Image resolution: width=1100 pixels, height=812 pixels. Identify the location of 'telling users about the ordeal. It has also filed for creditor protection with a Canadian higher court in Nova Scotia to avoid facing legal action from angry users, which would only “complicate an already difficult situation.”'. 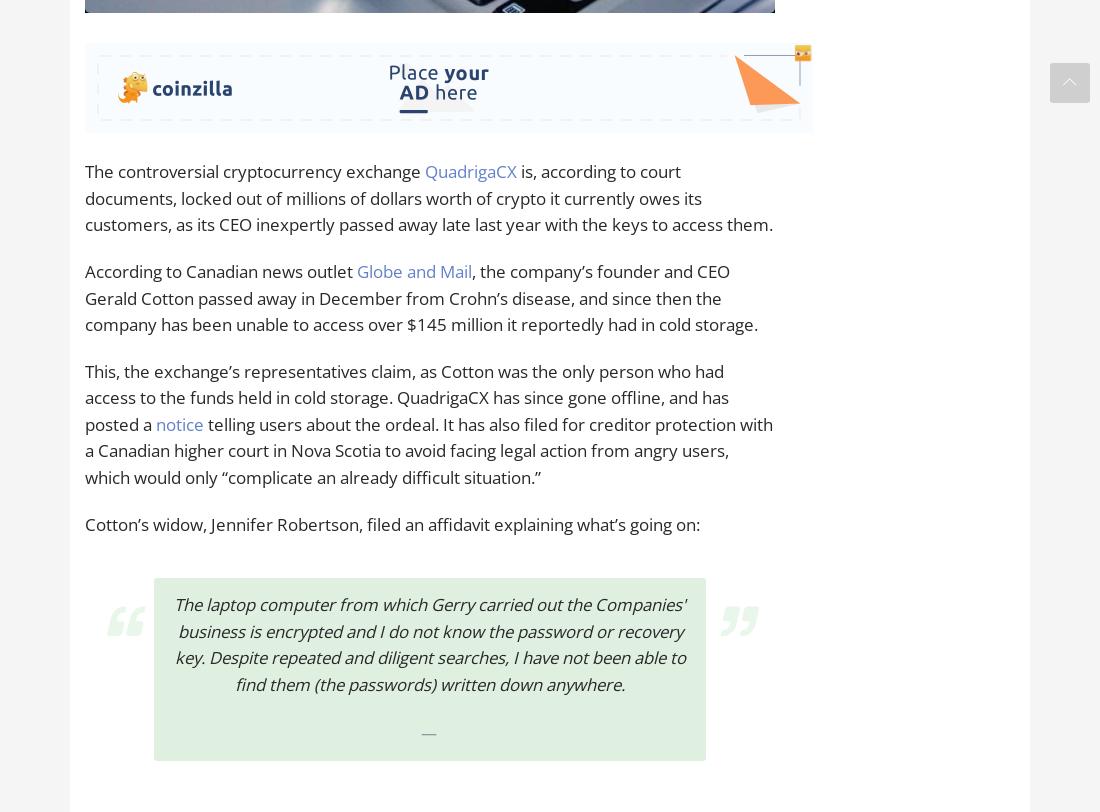
(428, 450).